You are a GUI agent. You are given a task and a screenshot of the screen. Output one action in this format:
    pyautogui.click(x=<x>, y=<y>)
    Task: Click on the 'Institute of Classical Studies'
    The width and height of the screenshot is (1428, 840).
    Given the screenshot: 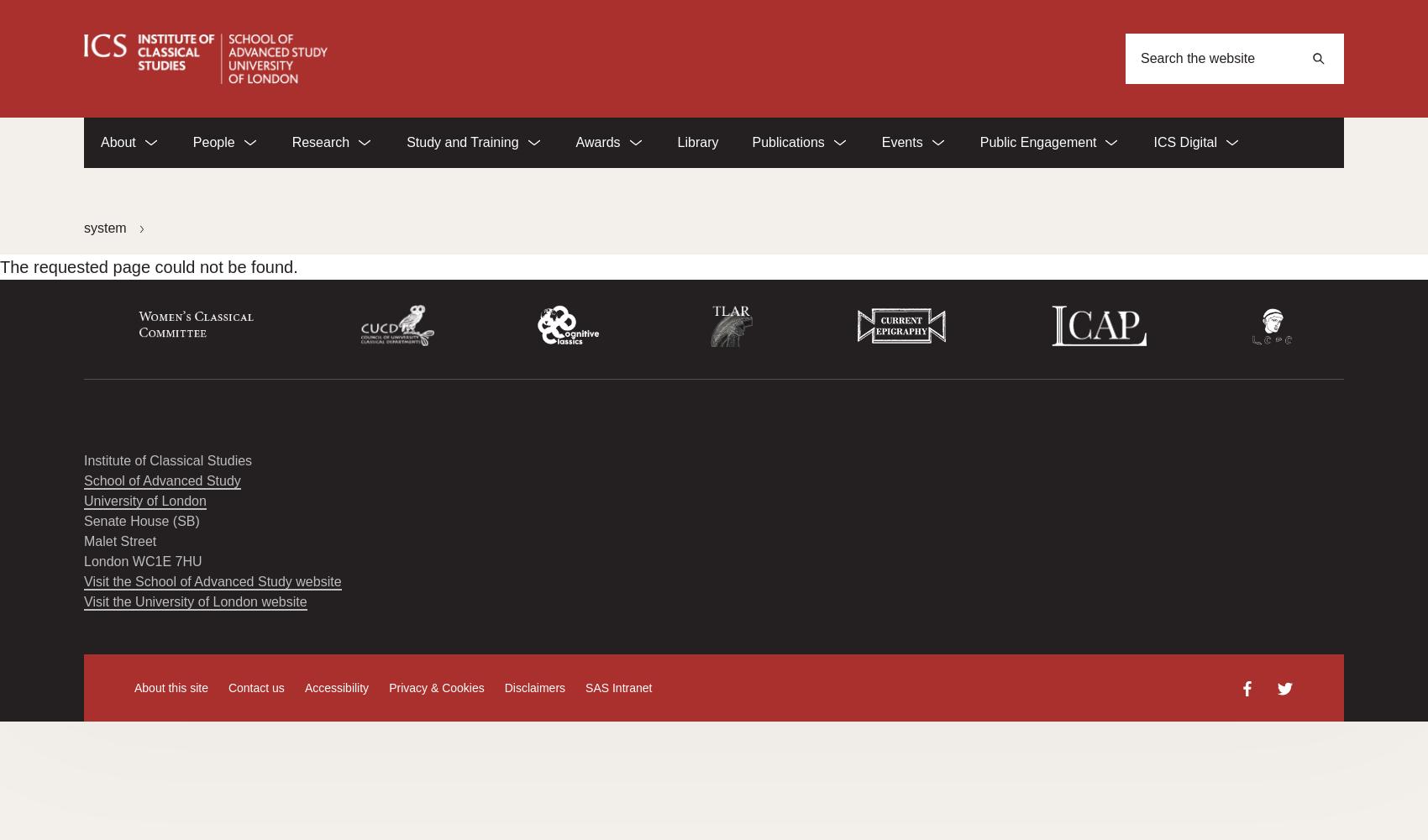 What is the action you would take?
    pyautogui.click(x=166, y=459)
    